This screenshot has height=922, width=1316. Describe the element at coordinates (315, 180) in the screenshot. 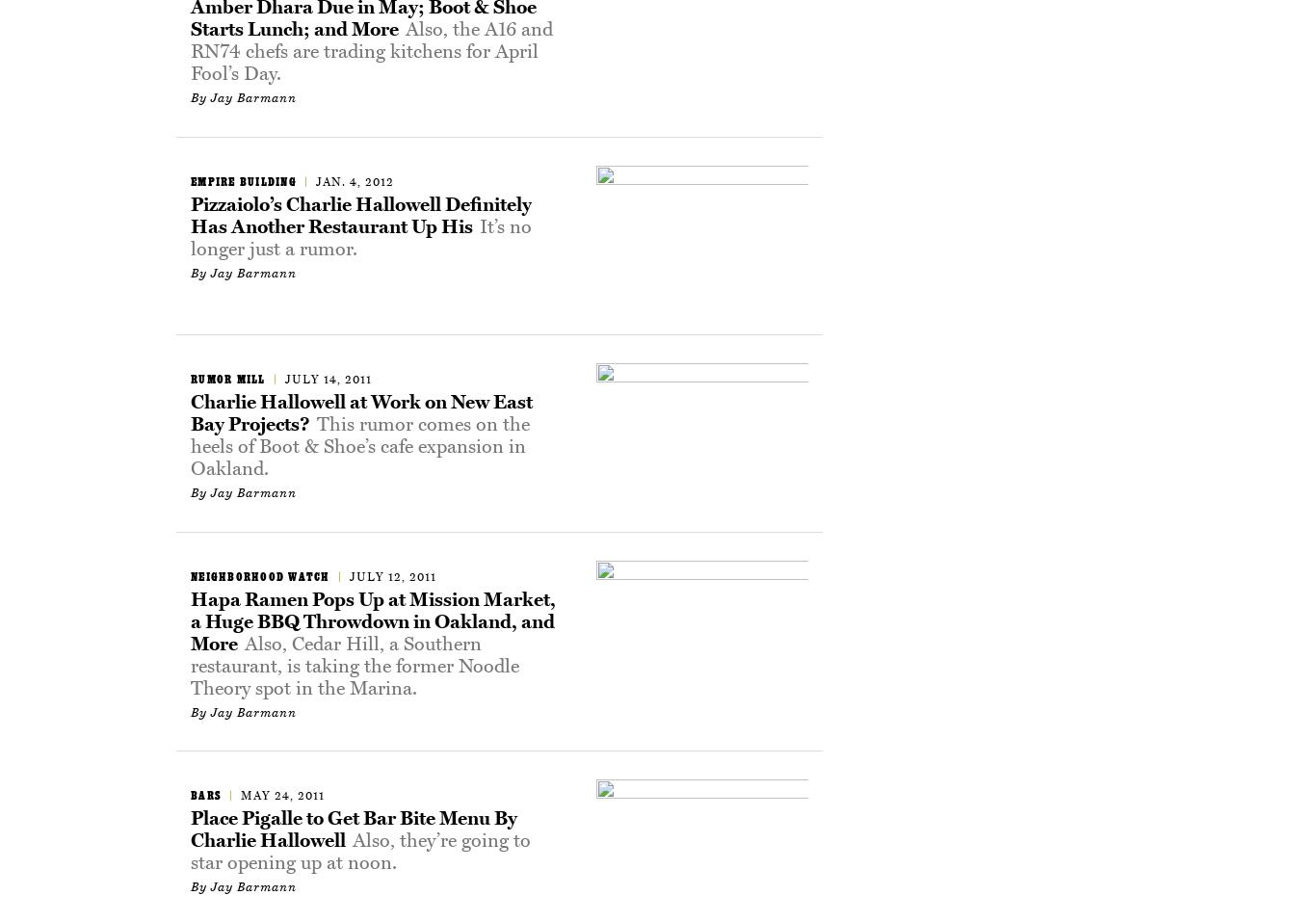

I see `'Jan. 4, 2012'` at that location.